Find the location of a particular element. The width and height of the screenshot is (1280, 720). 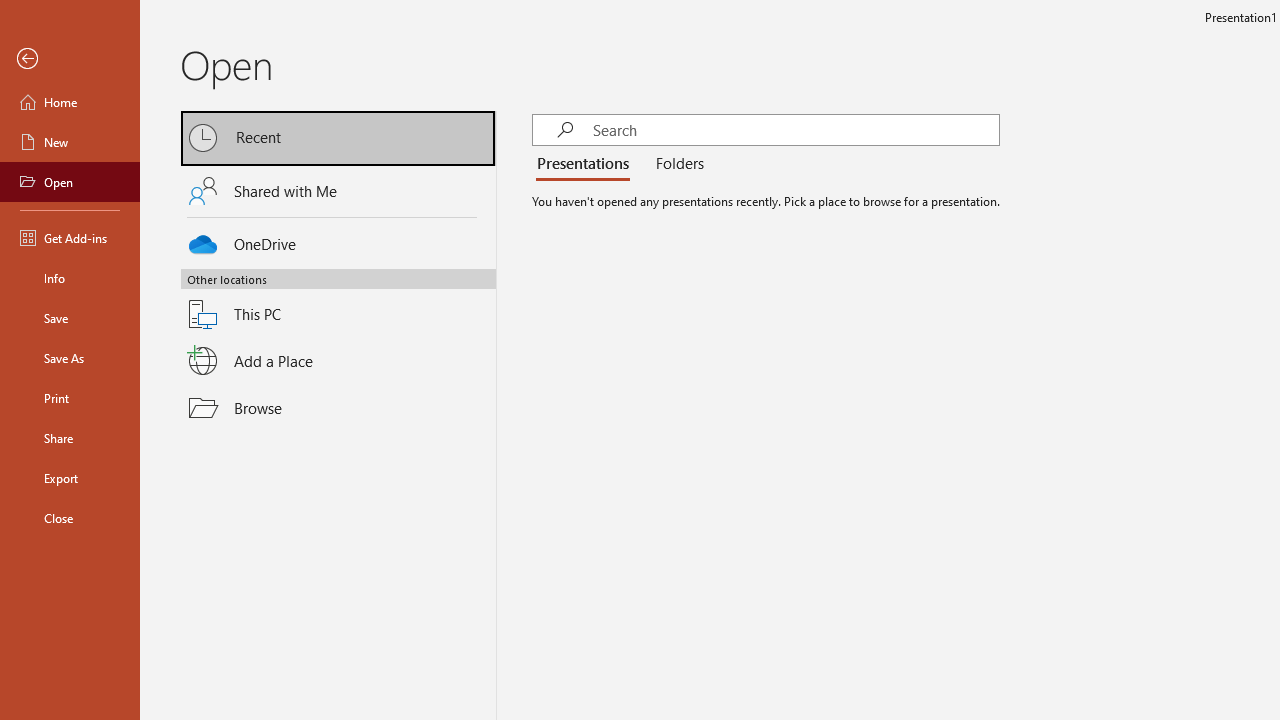

'Recent' is located at coordinates (338, 137).